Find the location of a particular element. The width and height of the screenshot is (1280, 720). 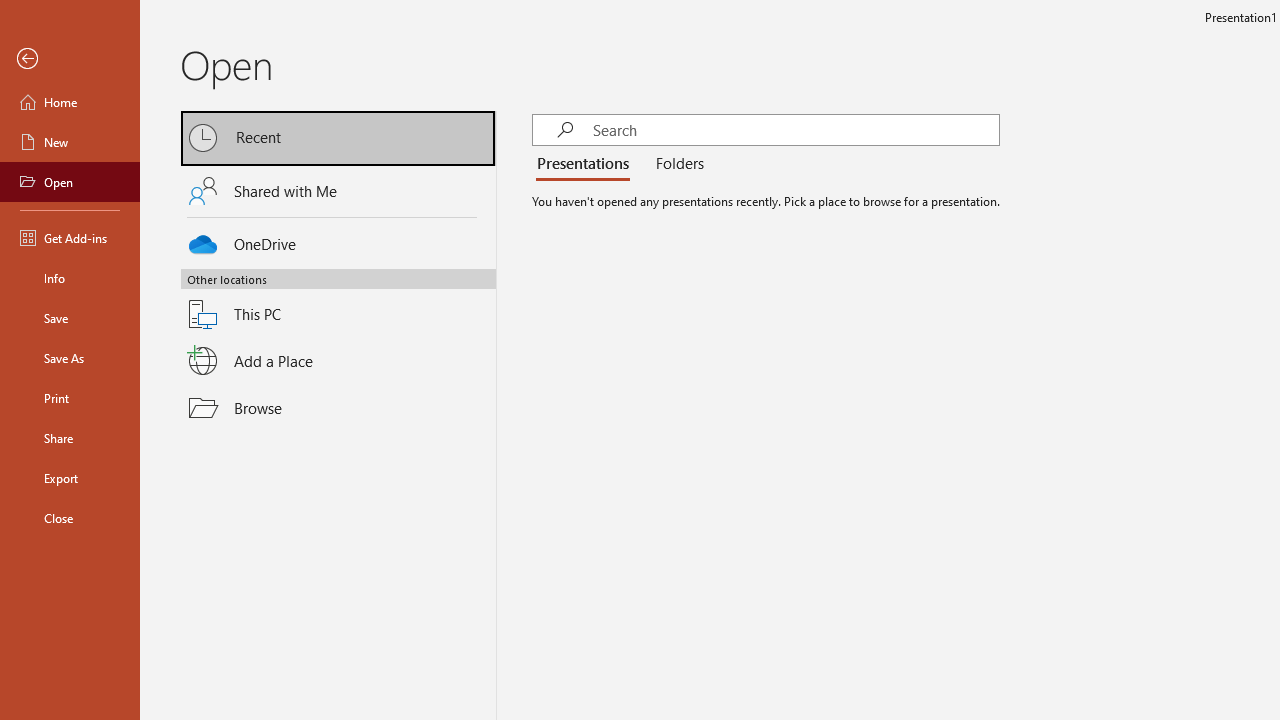

'Recent' is located at coordinates (338, 137).